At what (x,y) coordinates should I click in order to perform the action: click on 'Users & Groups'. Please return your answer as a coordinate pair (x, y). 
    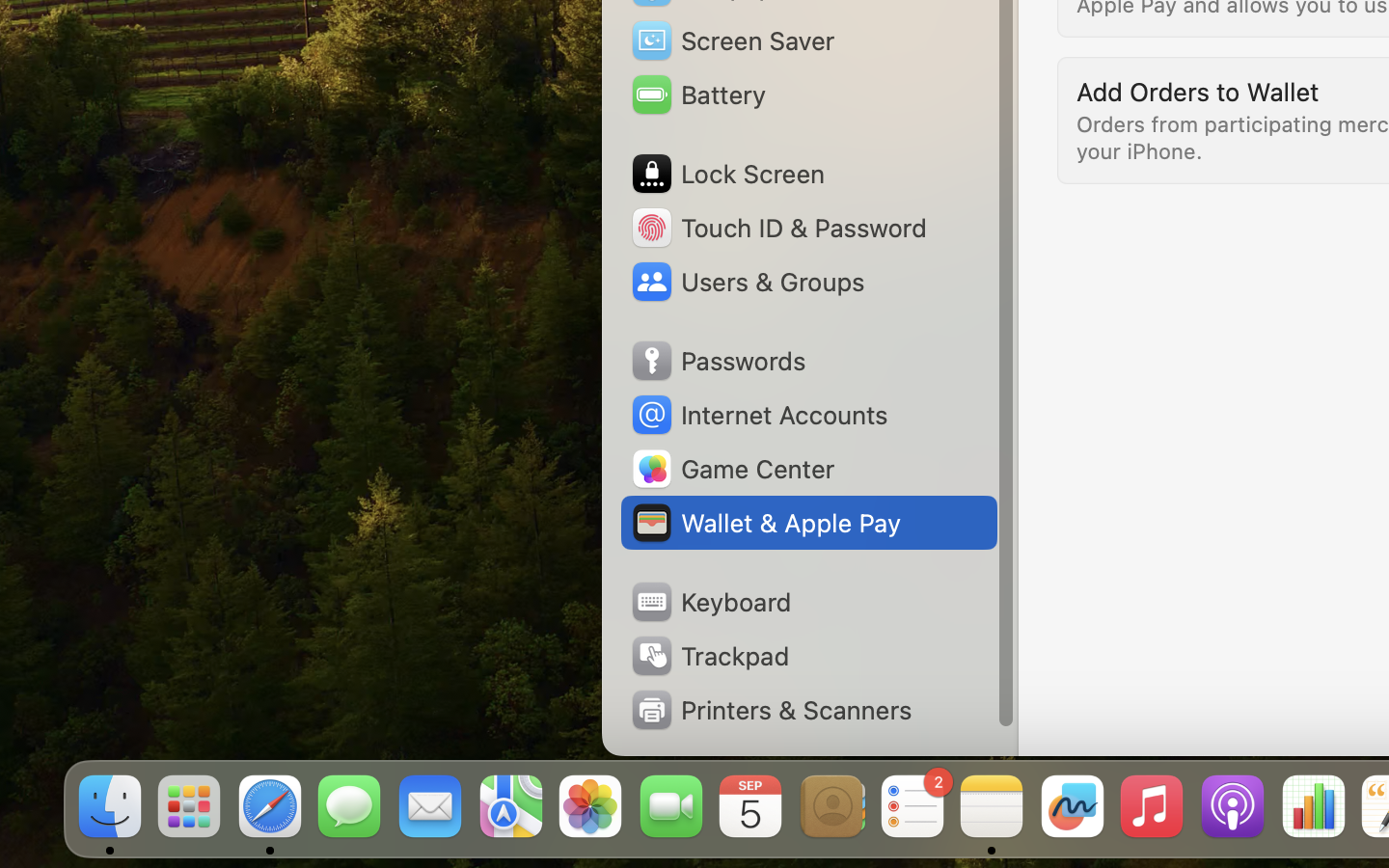
    Looking at the image, I should click on (746, 280).